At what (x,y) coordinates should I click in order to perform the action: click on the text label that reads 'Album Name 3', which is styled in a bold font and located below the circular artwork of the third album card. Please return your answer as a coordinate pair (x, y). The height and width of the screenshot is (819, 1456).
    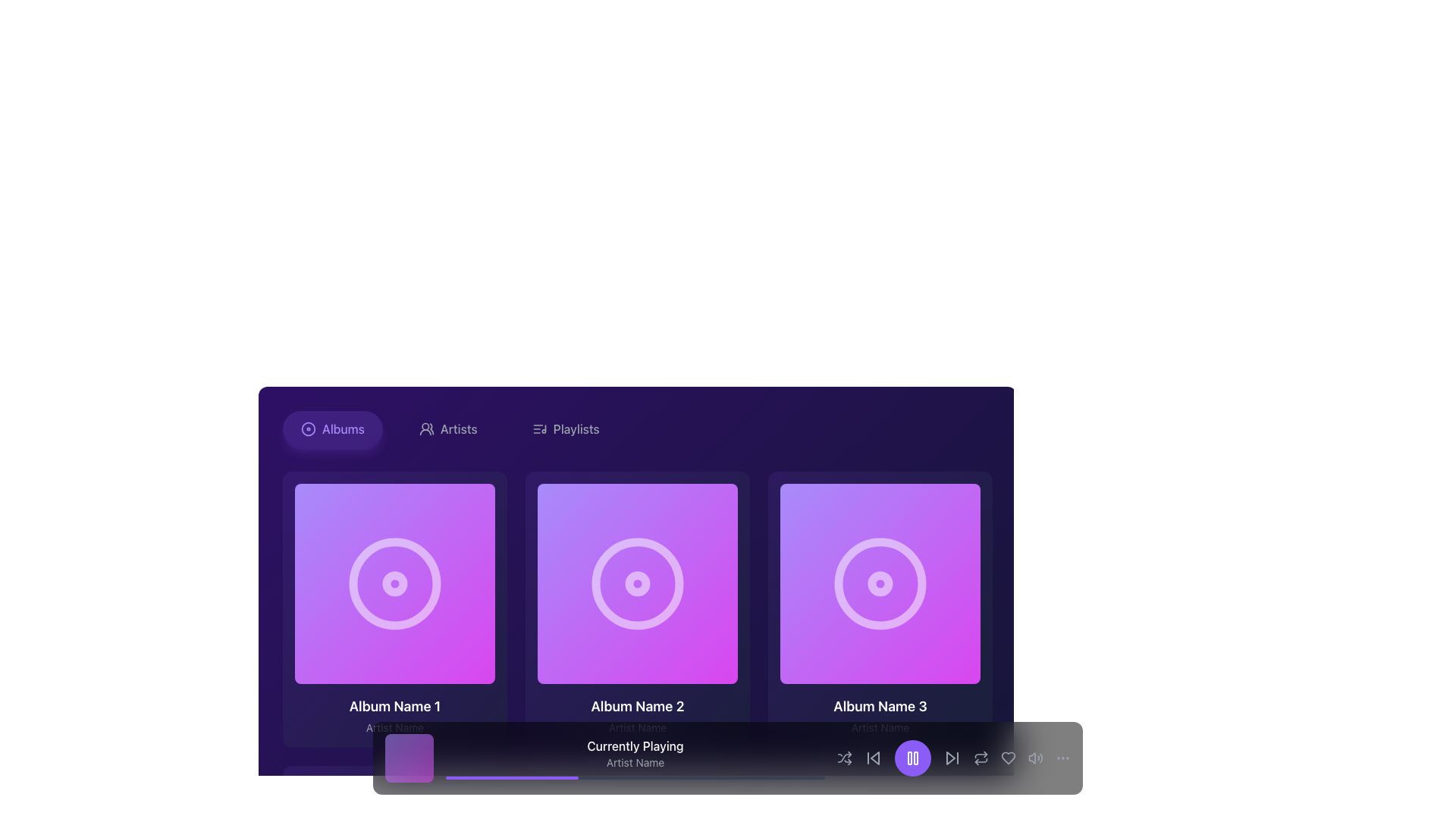
    Looking at the image, I should click on (880, 707).